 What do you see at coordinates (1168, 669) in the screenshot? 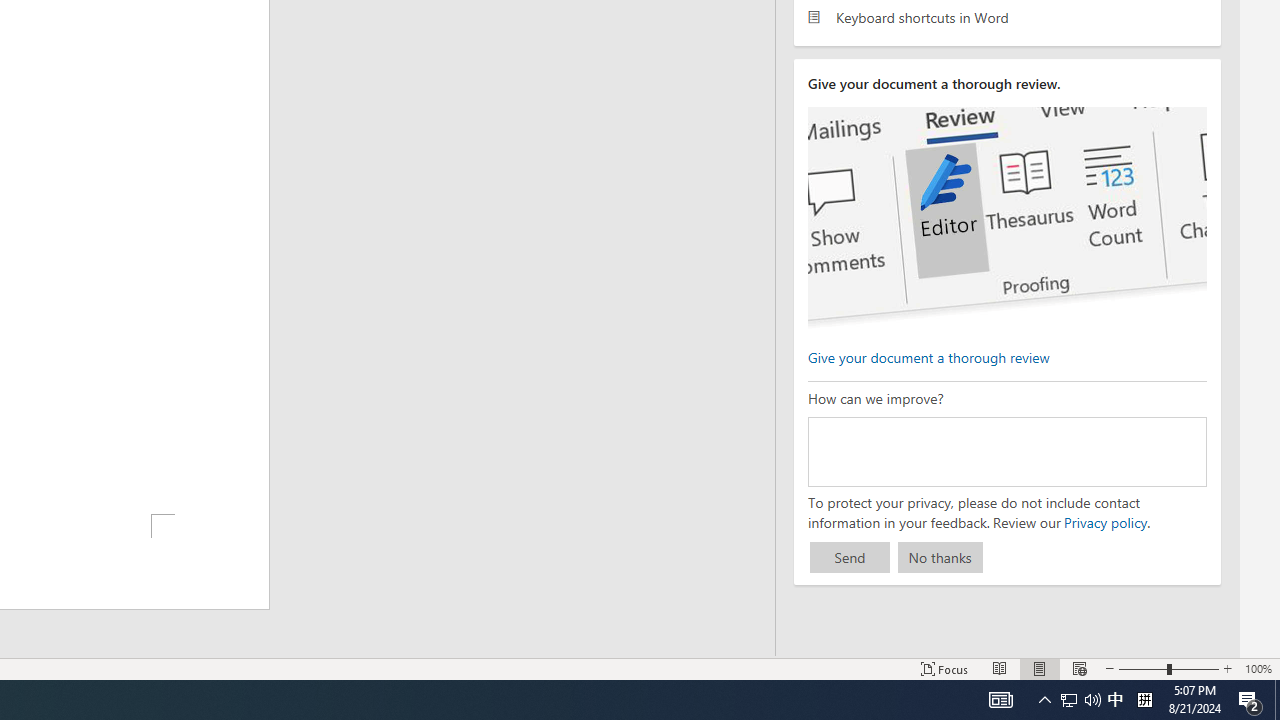
I see `'Zoom'` at bounding box center [1168, 669].